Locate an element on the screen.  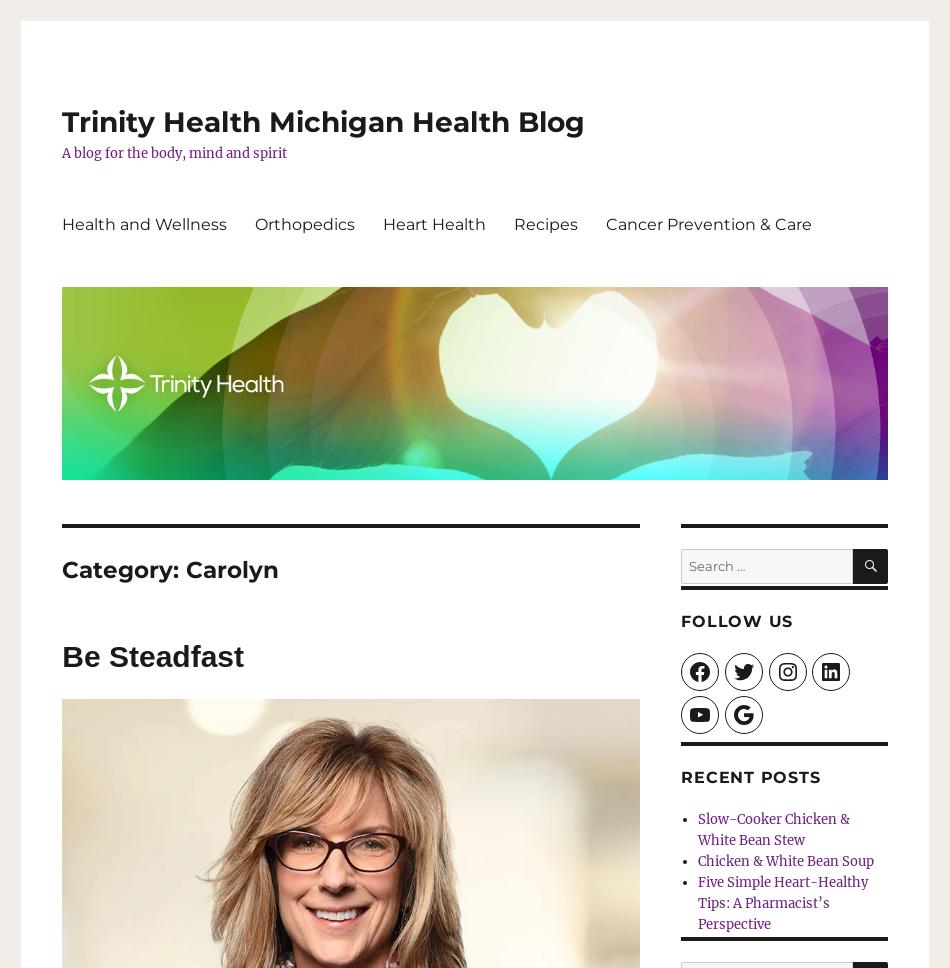
'Follow Us' is located at coordinates (736, 619).